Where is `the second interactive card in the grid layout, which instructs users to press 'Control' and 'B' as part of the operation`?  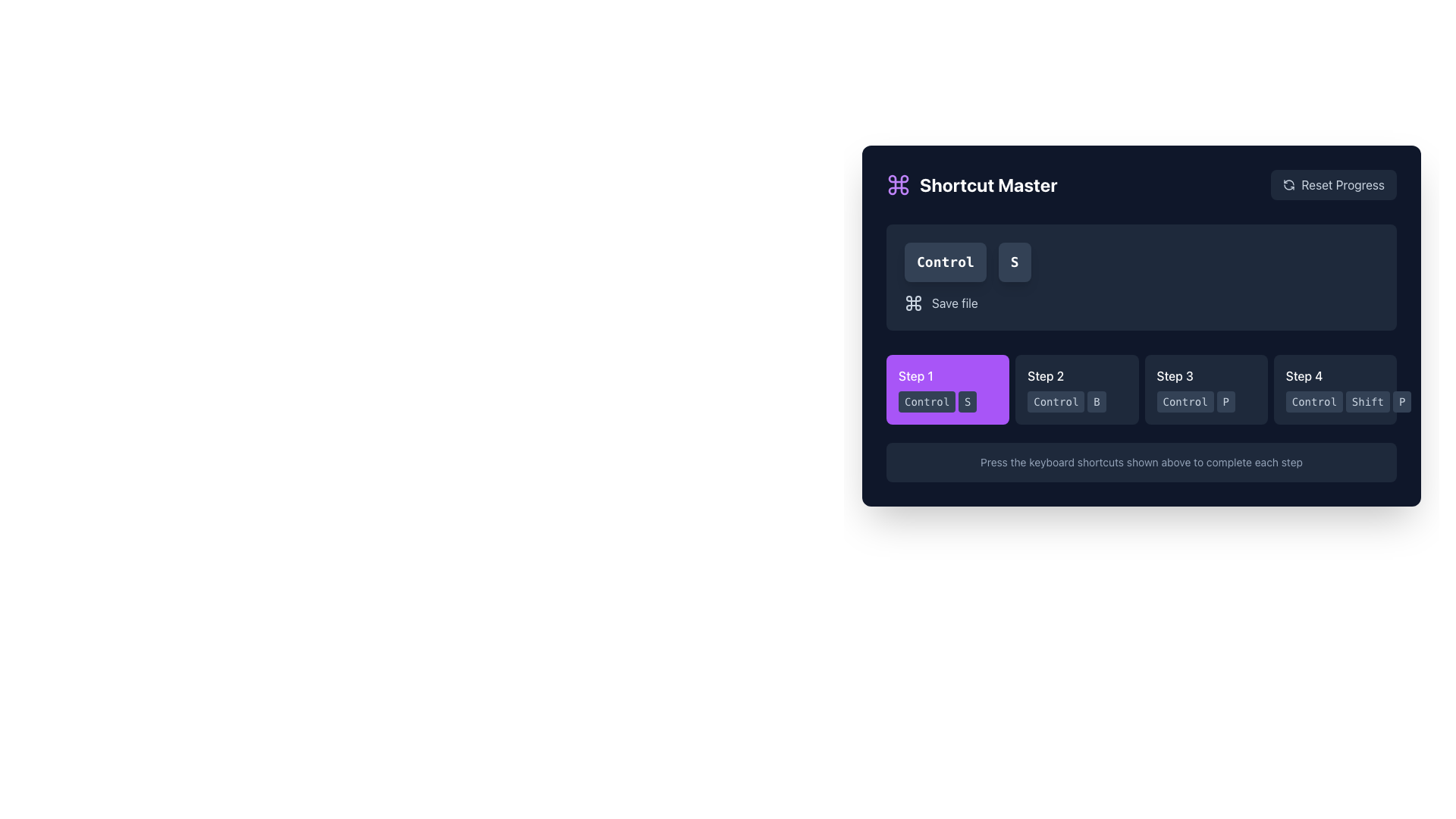 the second interactive card in the grid layout, which instructs users to press 'Control' and 'B' as part of the operation is located at coordinates (1076, 388).